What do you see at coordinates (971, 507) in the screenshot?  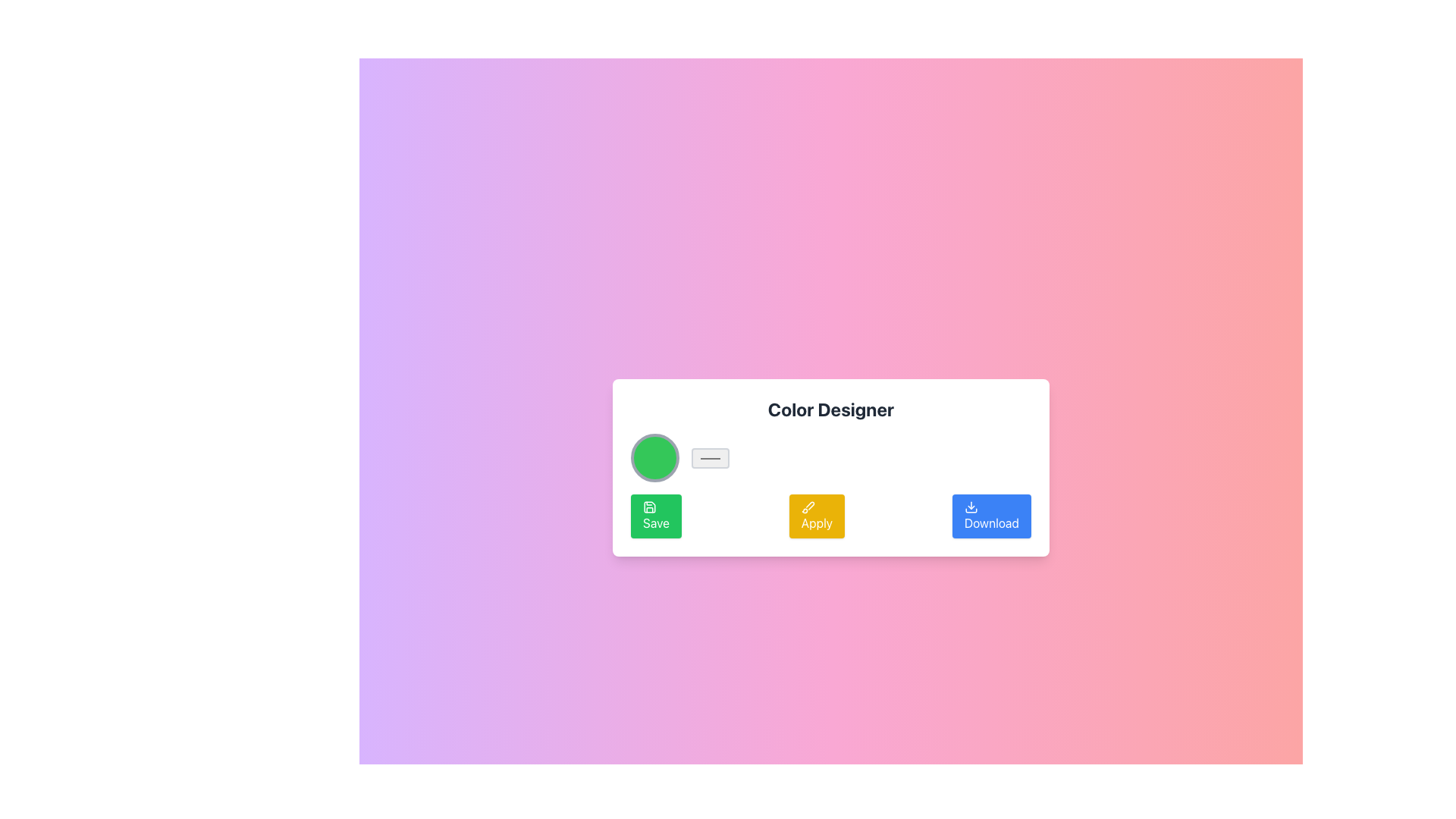 I see `the 'Download' button which features a downward arrow icon, located at the bottom-right of the button group adjacent to 'Save' and 'Apply', to initiate a download` at bounding box center [971, 507].